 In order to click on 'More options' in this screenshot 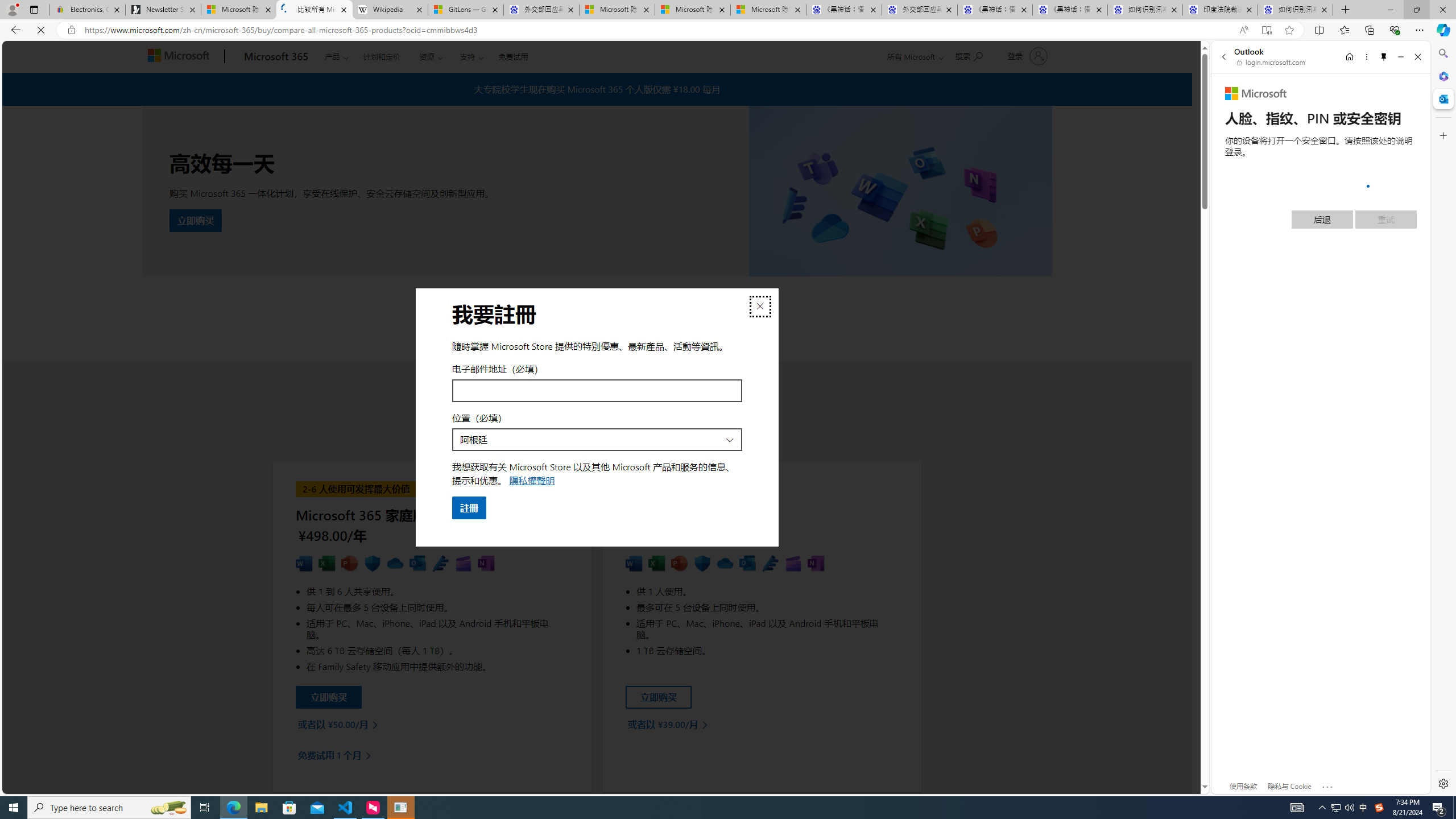, I will do `click(1366, 56)`.